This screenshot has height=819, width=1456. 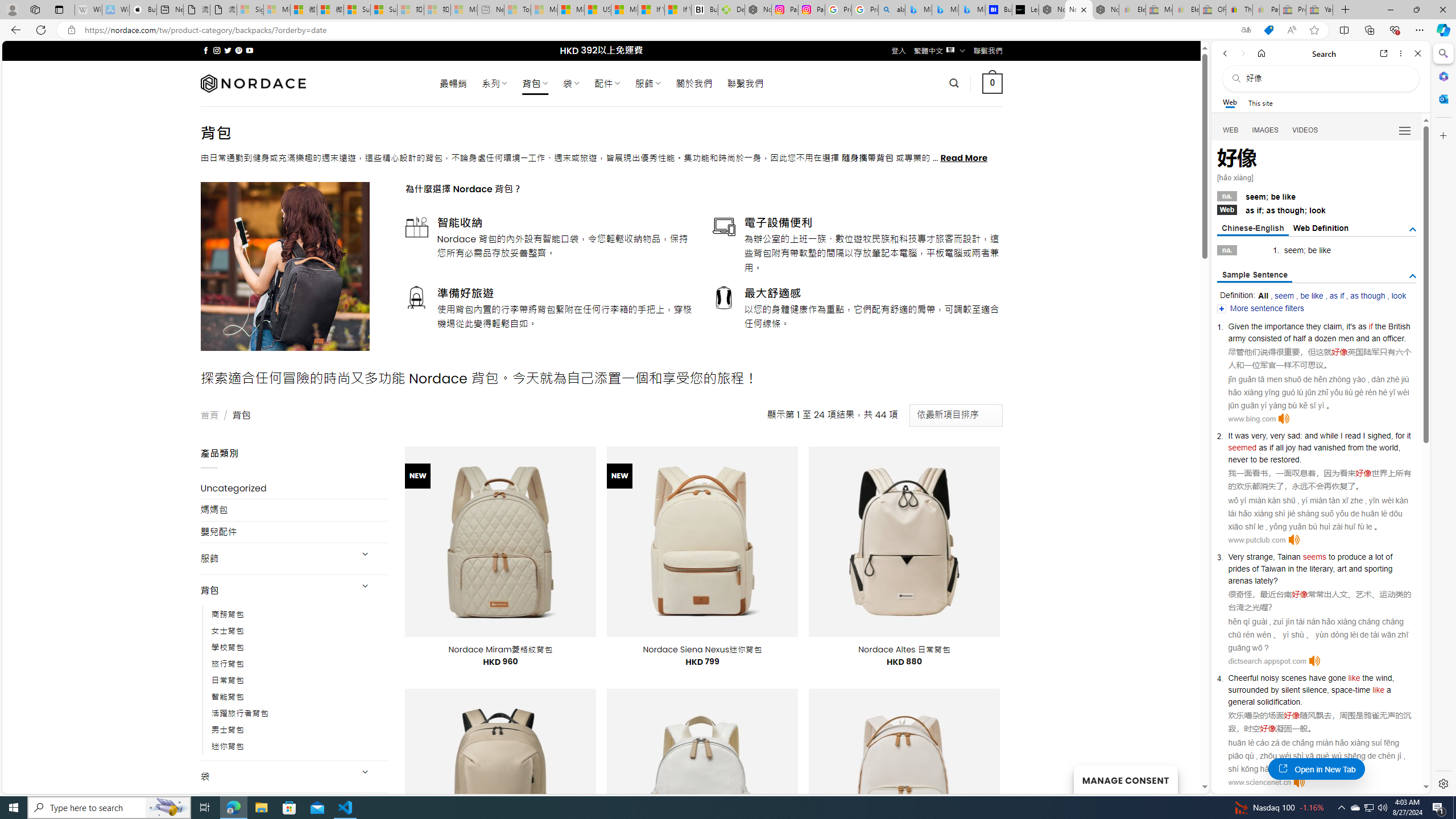 I want to click on 'Wikipedia - Sleeping', so click(x=88, y=9).